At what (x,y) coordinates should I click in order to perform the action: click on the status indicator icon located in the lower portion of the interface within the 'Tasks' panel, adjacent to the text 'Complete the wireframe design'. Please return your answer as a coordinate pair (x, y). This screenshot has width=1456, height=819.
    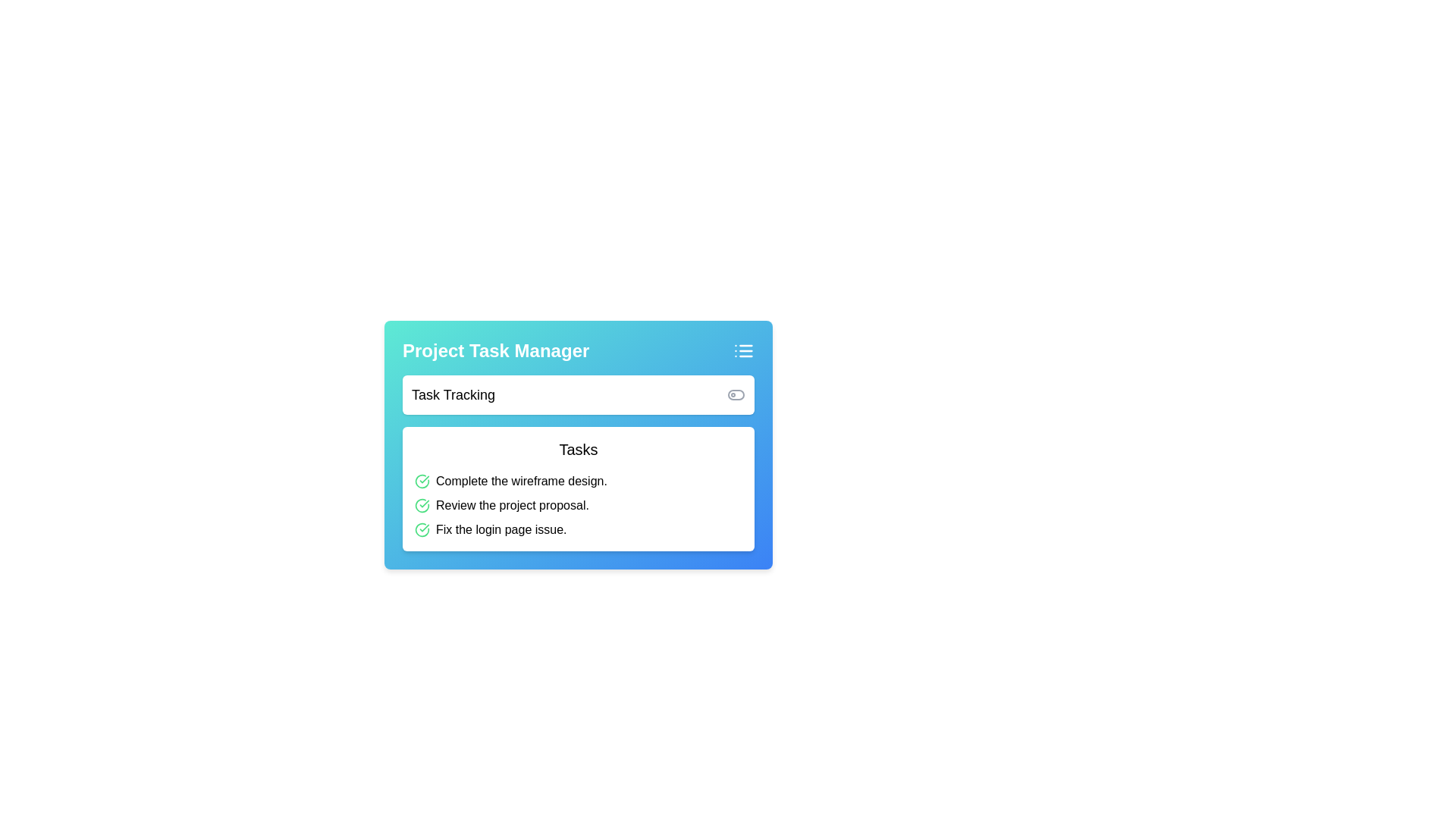
    Looking at the image, I should click on (422, 529).